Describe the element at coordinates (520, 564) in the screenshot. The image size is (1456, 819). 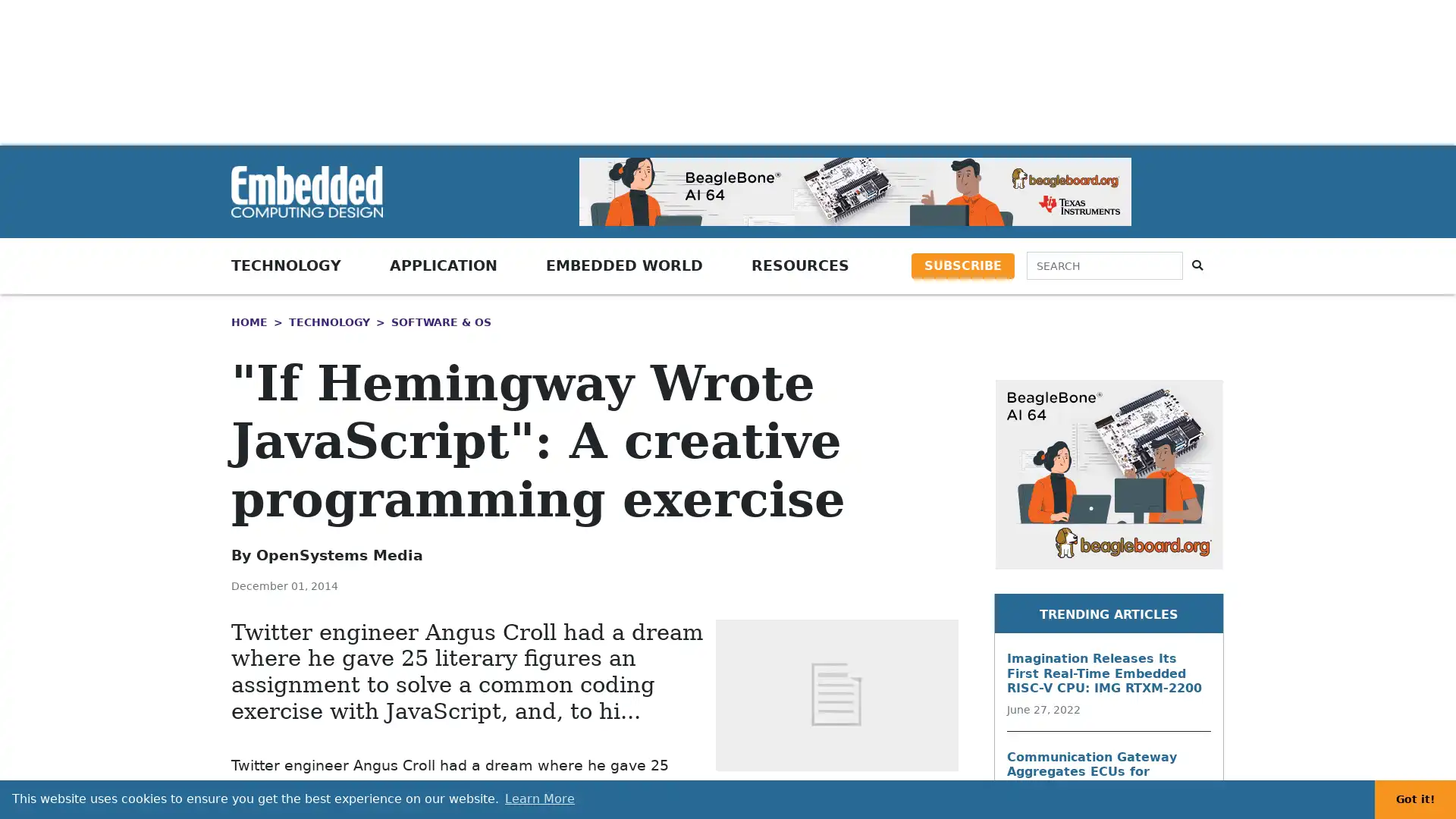
I see `Share to Email Email` at that location.